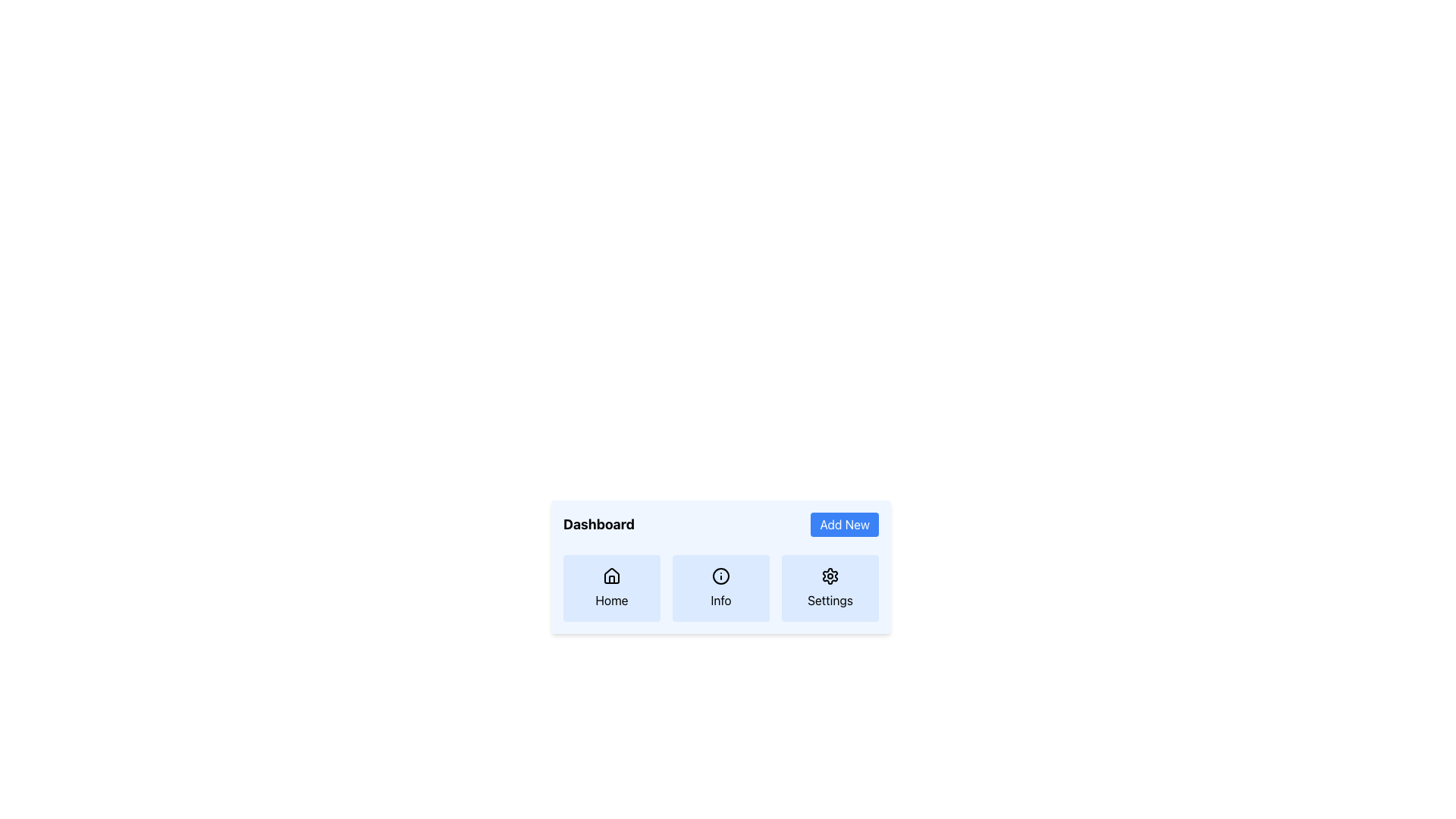  What do you see at coordinates (611, 576) in the screenshot?
I see `the 'Home' button which is represented by the house icon located in the bottom section of the interface` at bounding box center [611, 576].